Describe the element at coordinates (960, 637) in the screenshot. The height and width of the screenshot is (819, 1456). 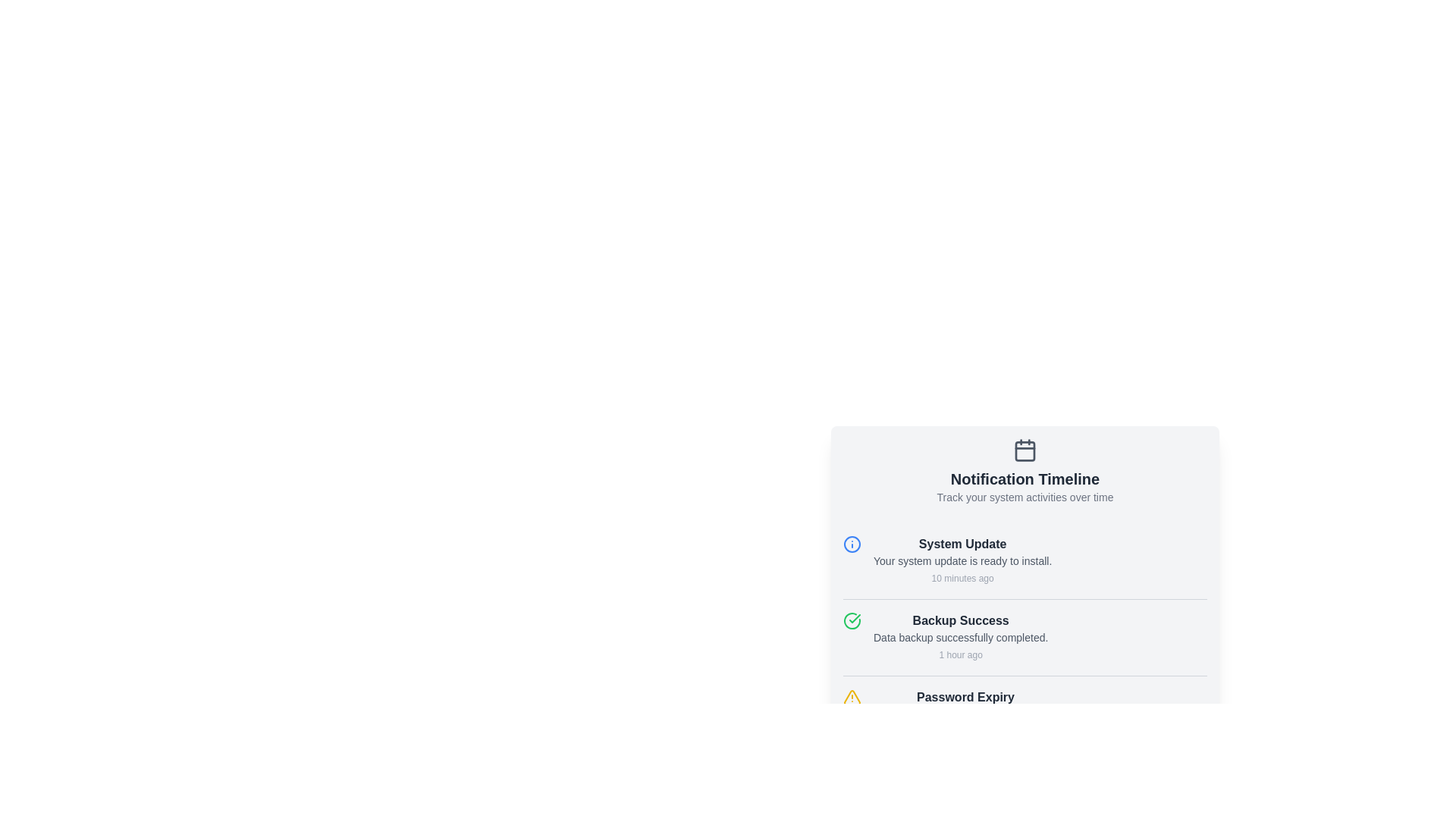
I see `or take note of the notification details from the notification card indicating a successful backup operation, which is centrally aligned within the notification panel` at that location.